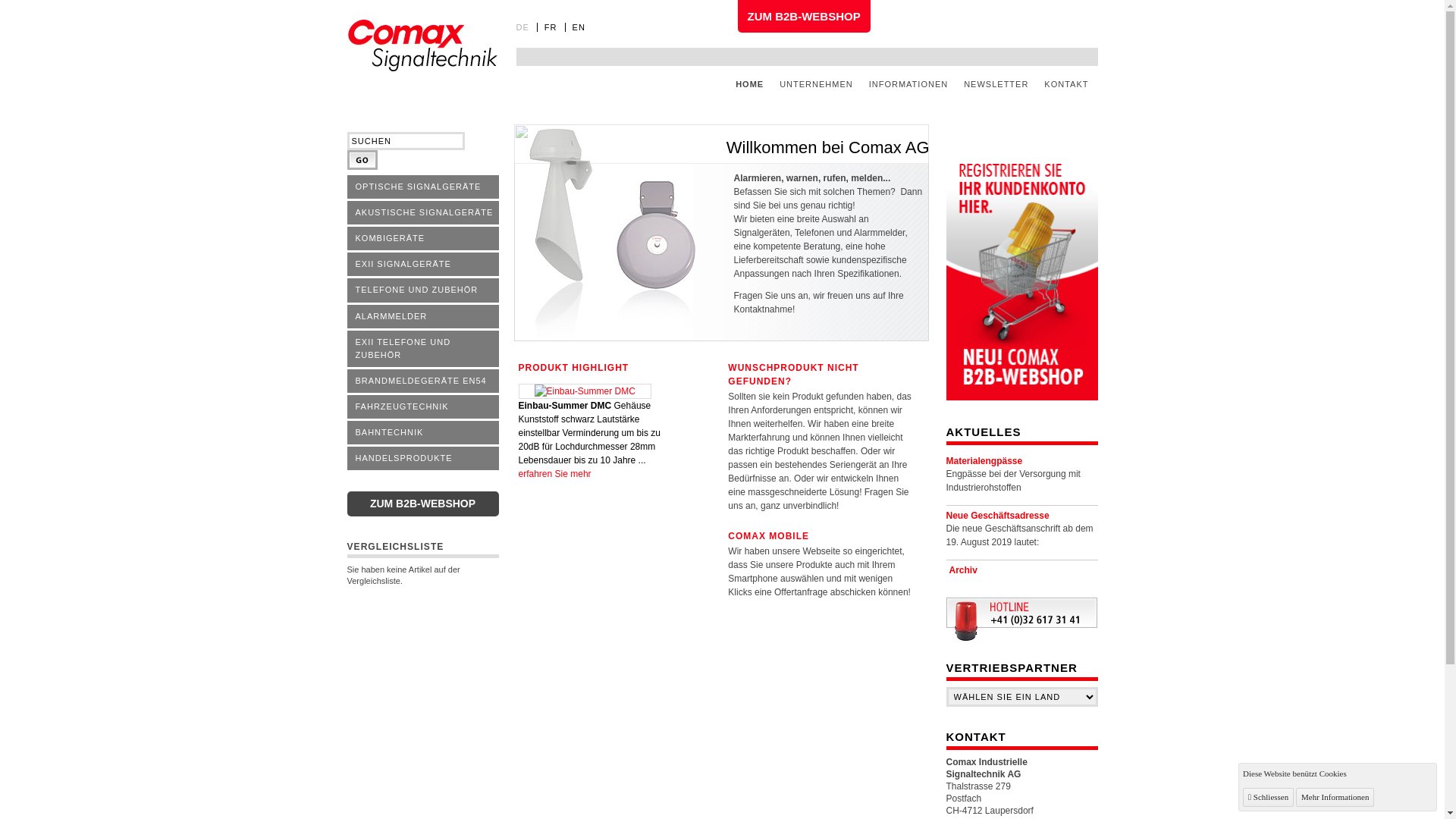 This screenshot has width=1456, height=819. What do you see at coordinates (422, 433) in the screenshot?
I see `'BAHNTECHNIK'` at bounding box center [422, 433].